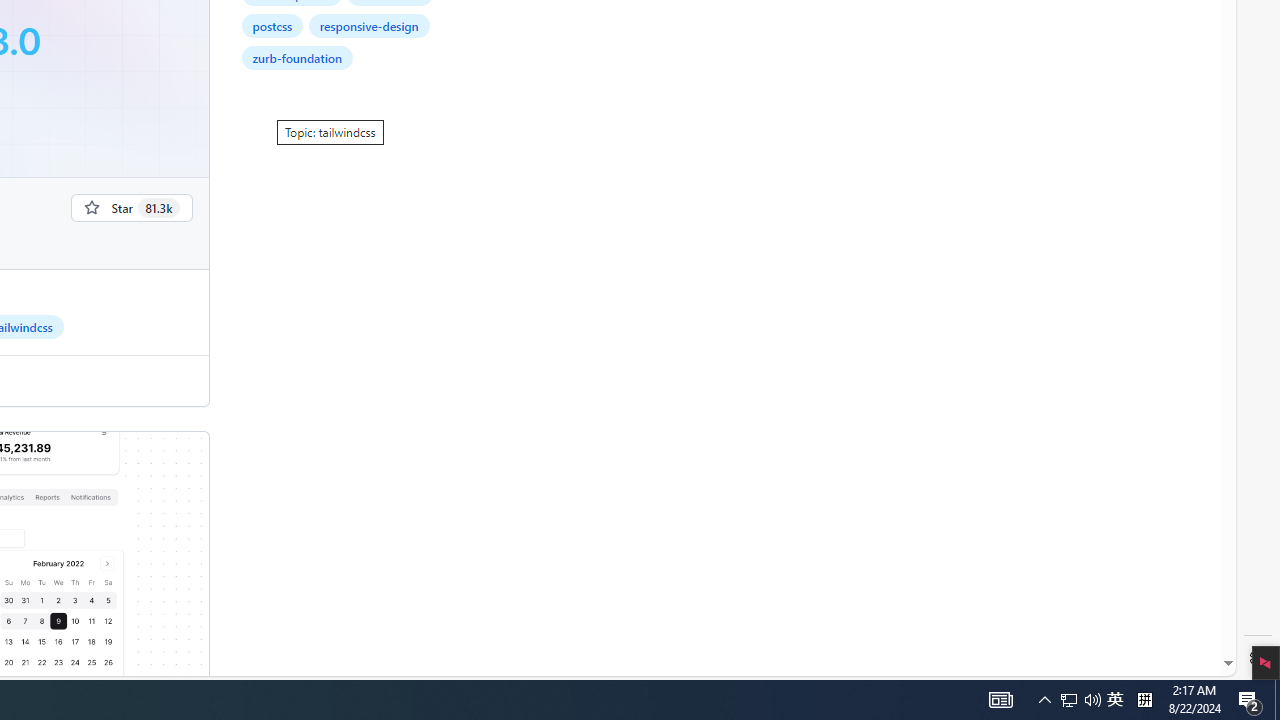 Image resolution: width=1280 pixels, height=720 pixels. I want to click on 'responsive-design', so click(369, 25).